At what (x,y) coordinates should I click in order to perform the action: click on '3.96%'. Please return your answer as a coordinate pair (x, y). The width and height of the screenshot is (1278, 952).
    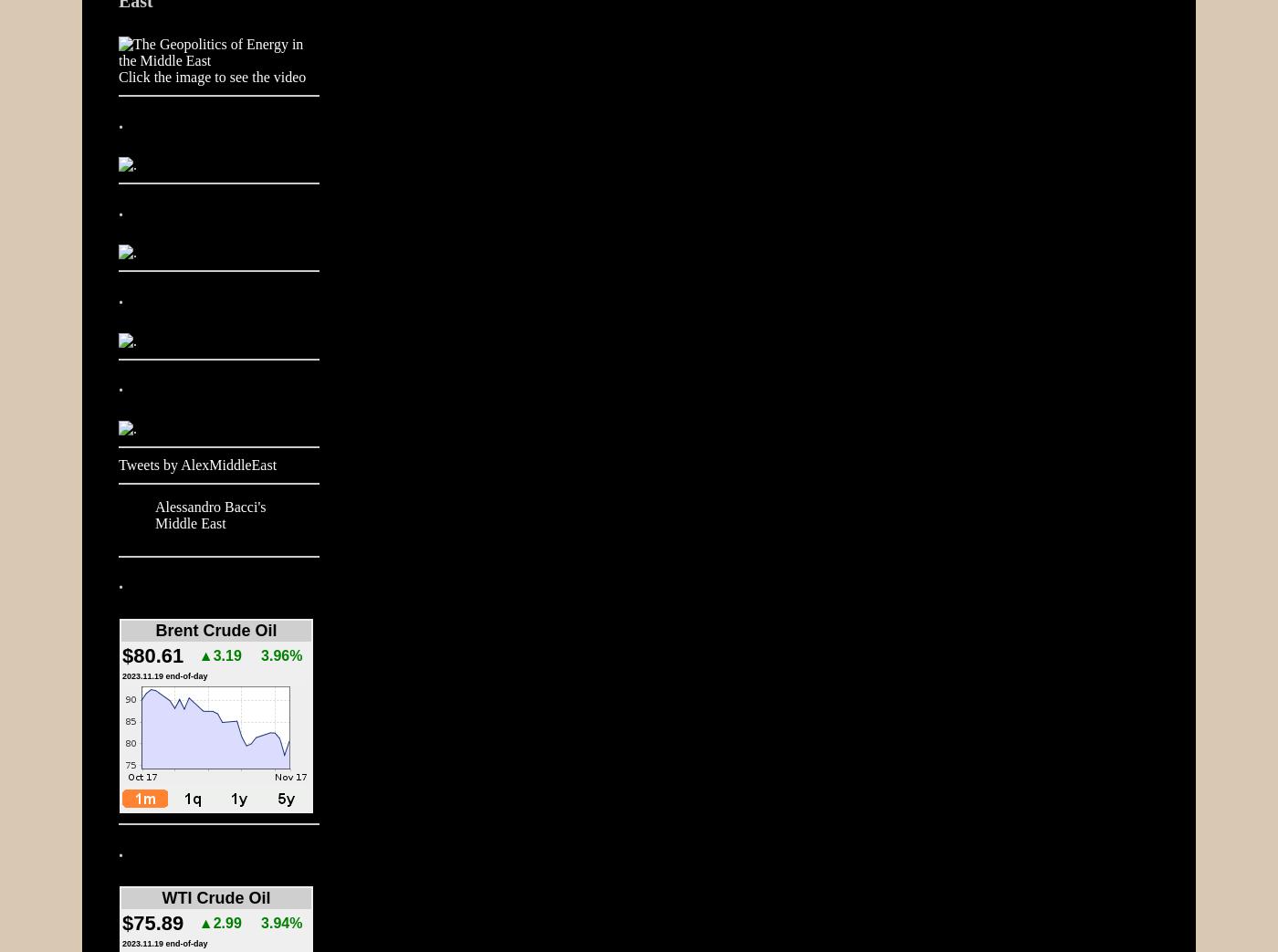
    Looking at the image, I should click on (281, 655).